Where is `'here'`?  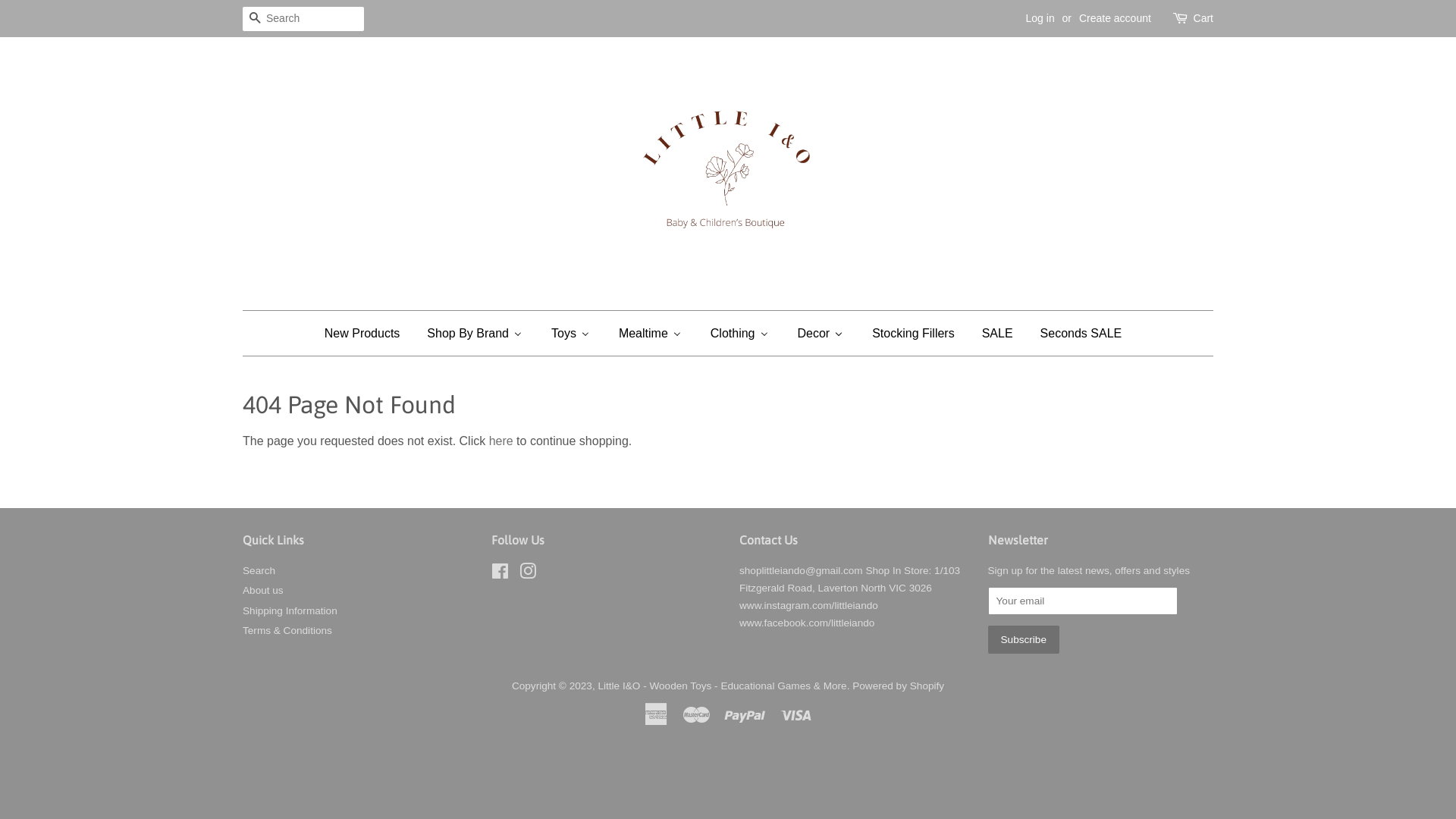 'here' is located at coordinates (501, 441).